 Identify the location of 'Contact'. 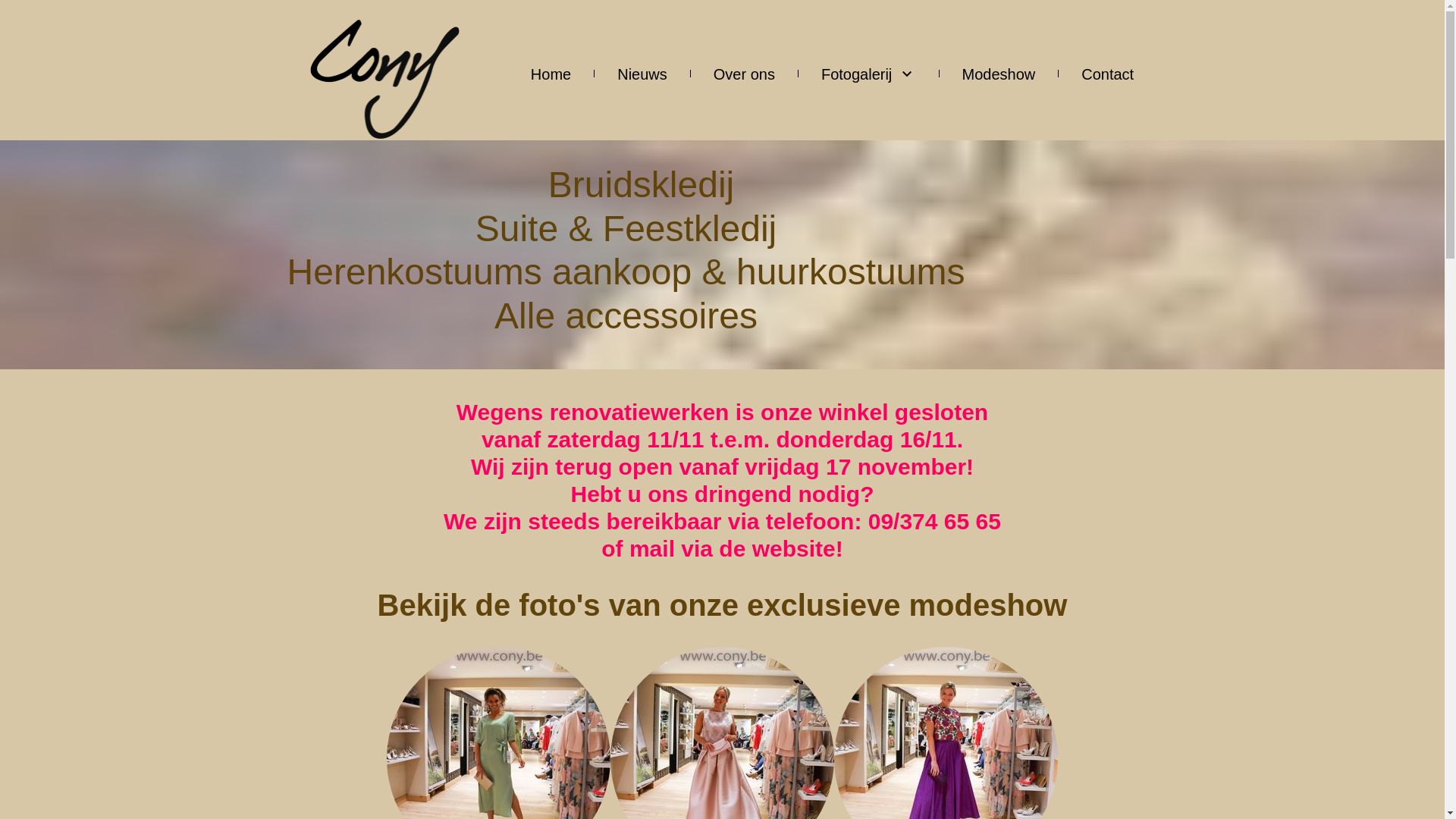
(1107, 73).